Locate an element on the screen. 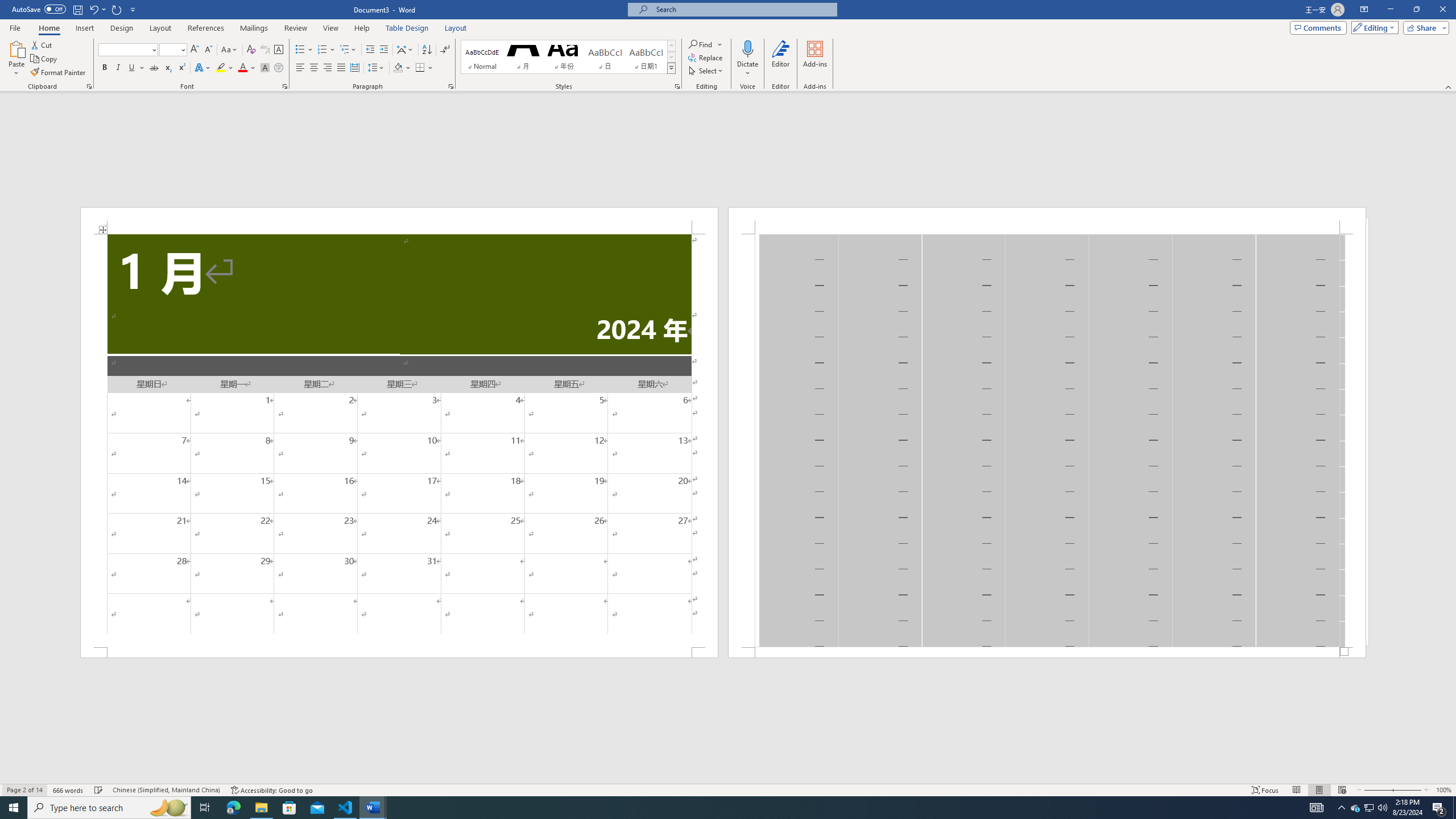  'Justify' is located at coordinates (341, 67).